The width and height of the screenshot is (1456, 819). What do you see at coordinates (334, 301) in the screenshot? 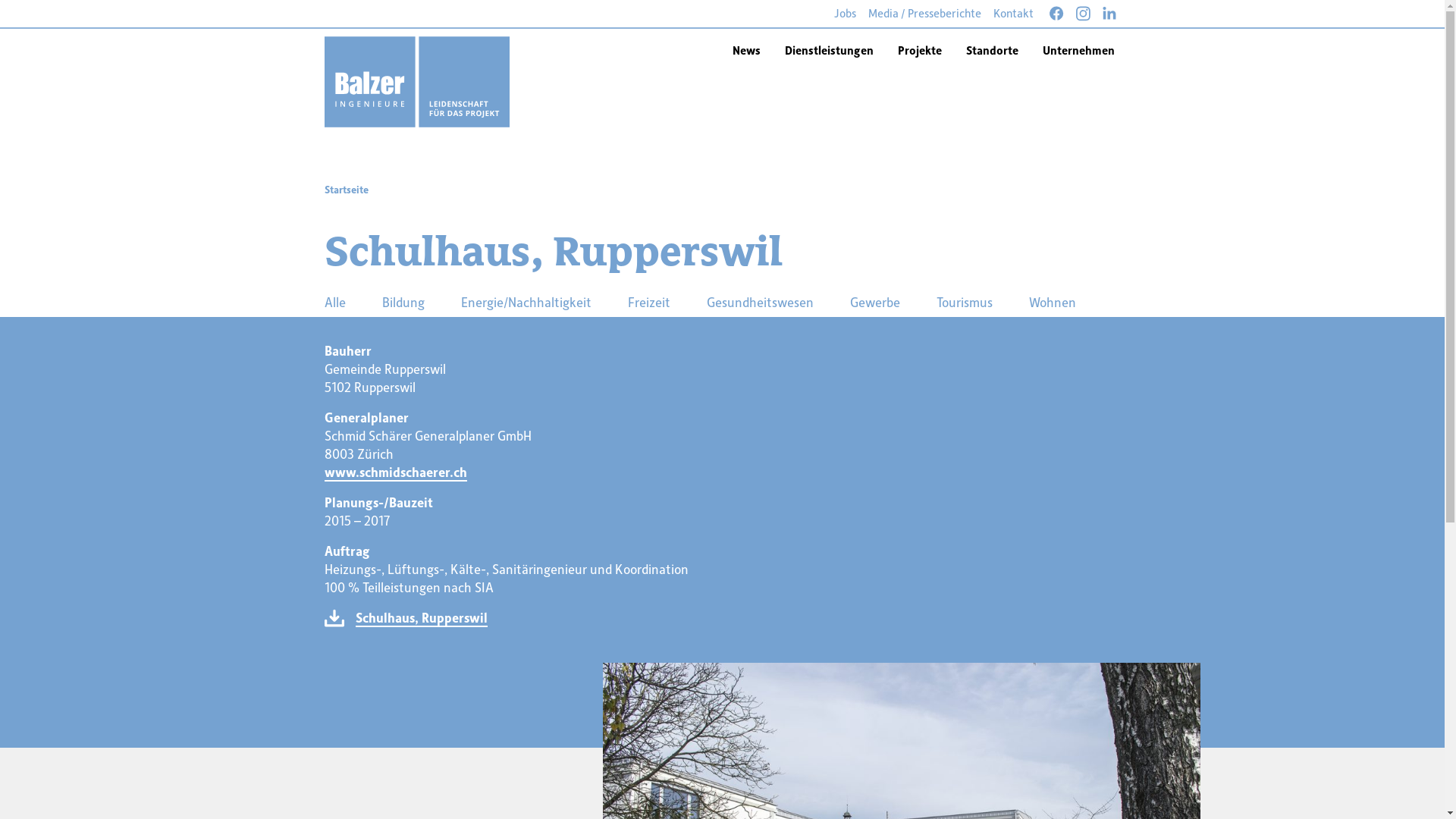
I see `'Alle'` at bounding box center [334, 301].